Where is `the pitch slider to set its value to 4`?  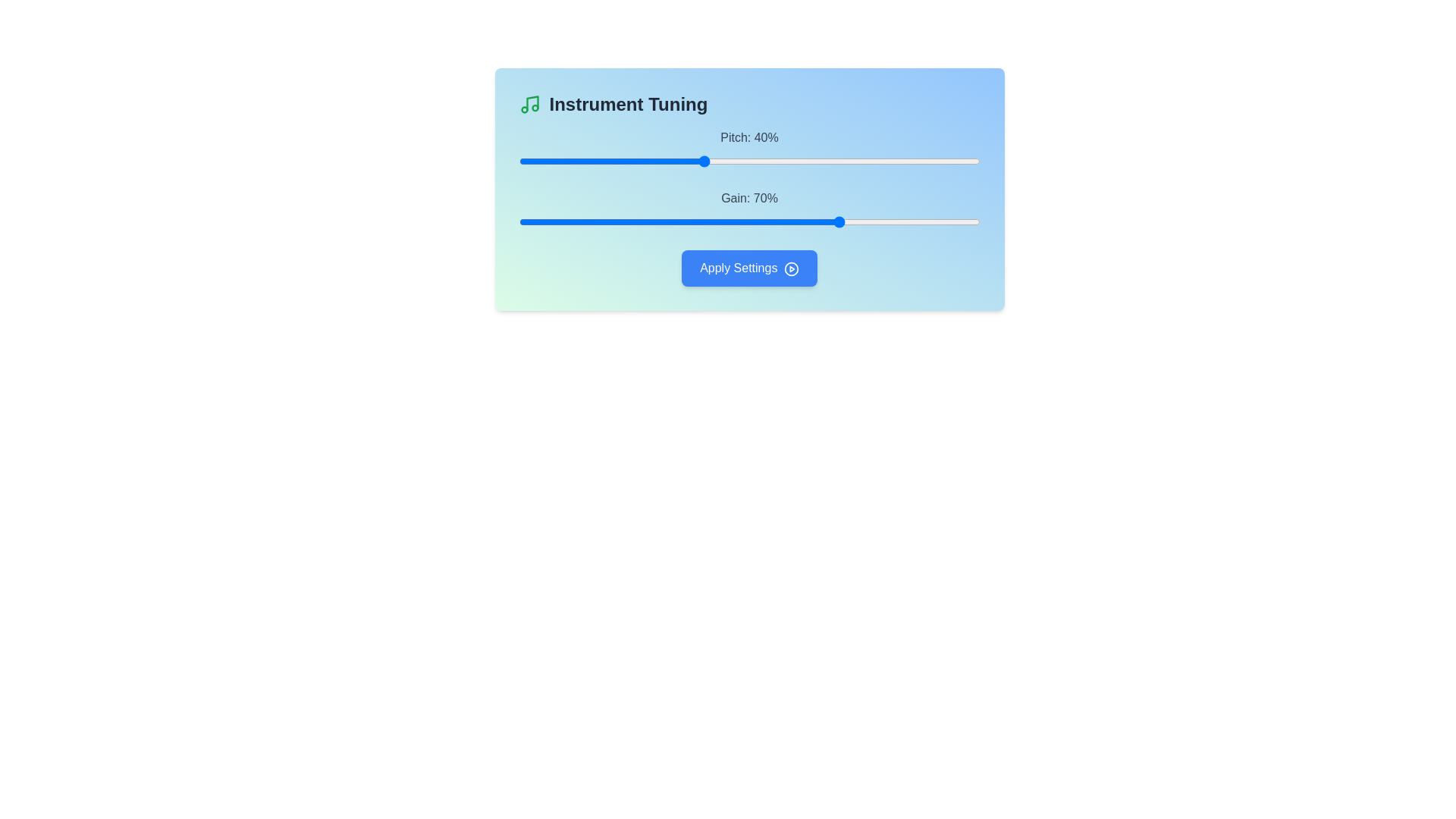 the pitch slider to set its value to 4 is located at coordinates (537, 161).